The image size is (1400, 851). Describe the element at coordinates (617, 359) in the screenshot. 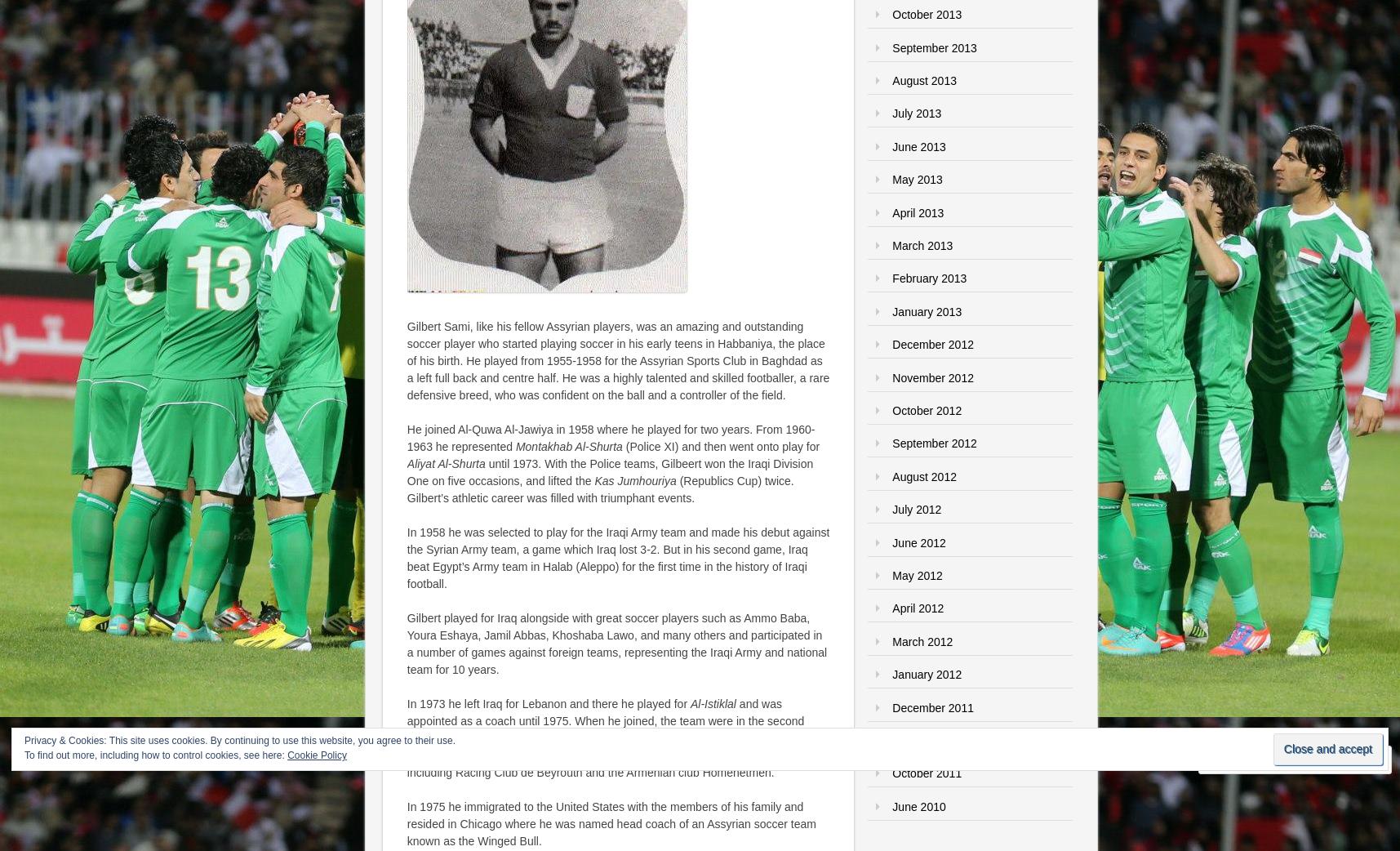

I see `'Gilbert Sami, like his fellow Assyrian players, was an amazing and outstanding soccer player who started playing soccer in his early teens in Habbaniya, the place of his birth. He played from 1955-1958 for the Assyrian Sports Club in Baghdad as a left full back and centre half. He was a highly talented and skilled footballer, a rare defensive breed, who was confident on the ball and a controller of the field.'` at that location.